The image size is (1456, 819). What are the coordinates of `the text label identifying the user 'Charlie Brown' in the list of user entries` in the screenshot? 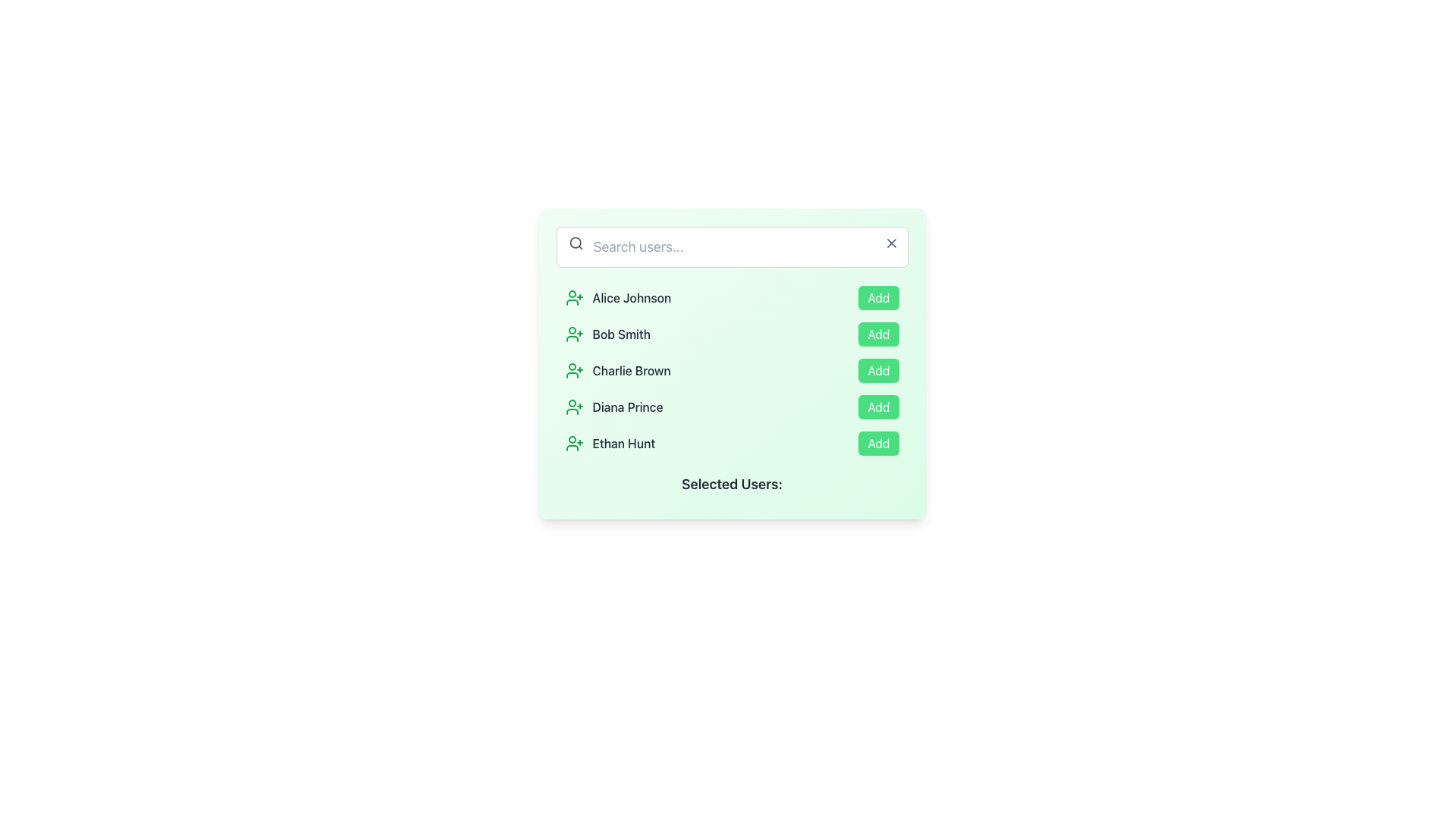 It's located at (618, 371).